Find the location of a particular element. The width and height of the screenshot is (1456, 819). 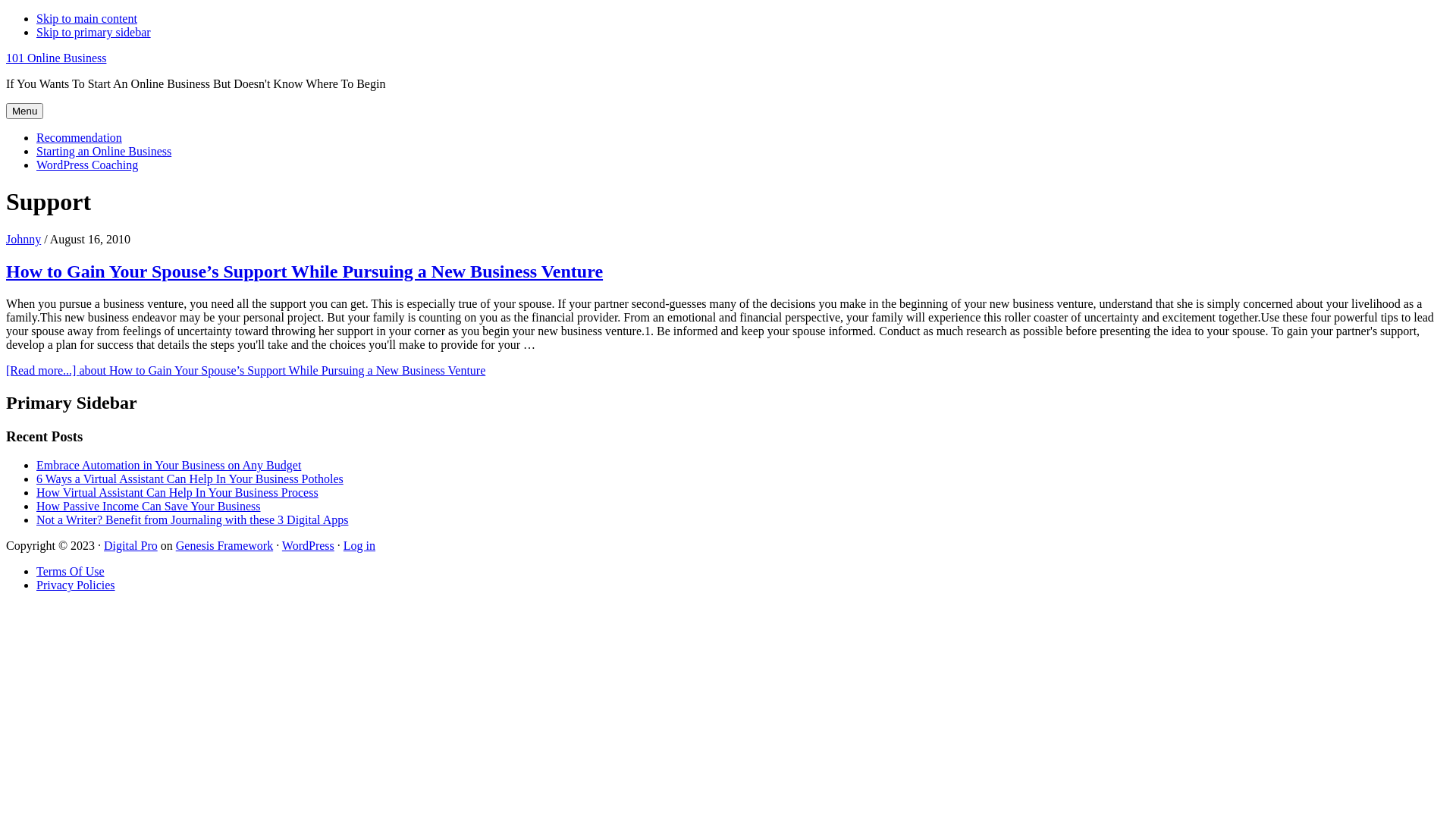

'Genesis Framework' is located at coordinates (224, 544).